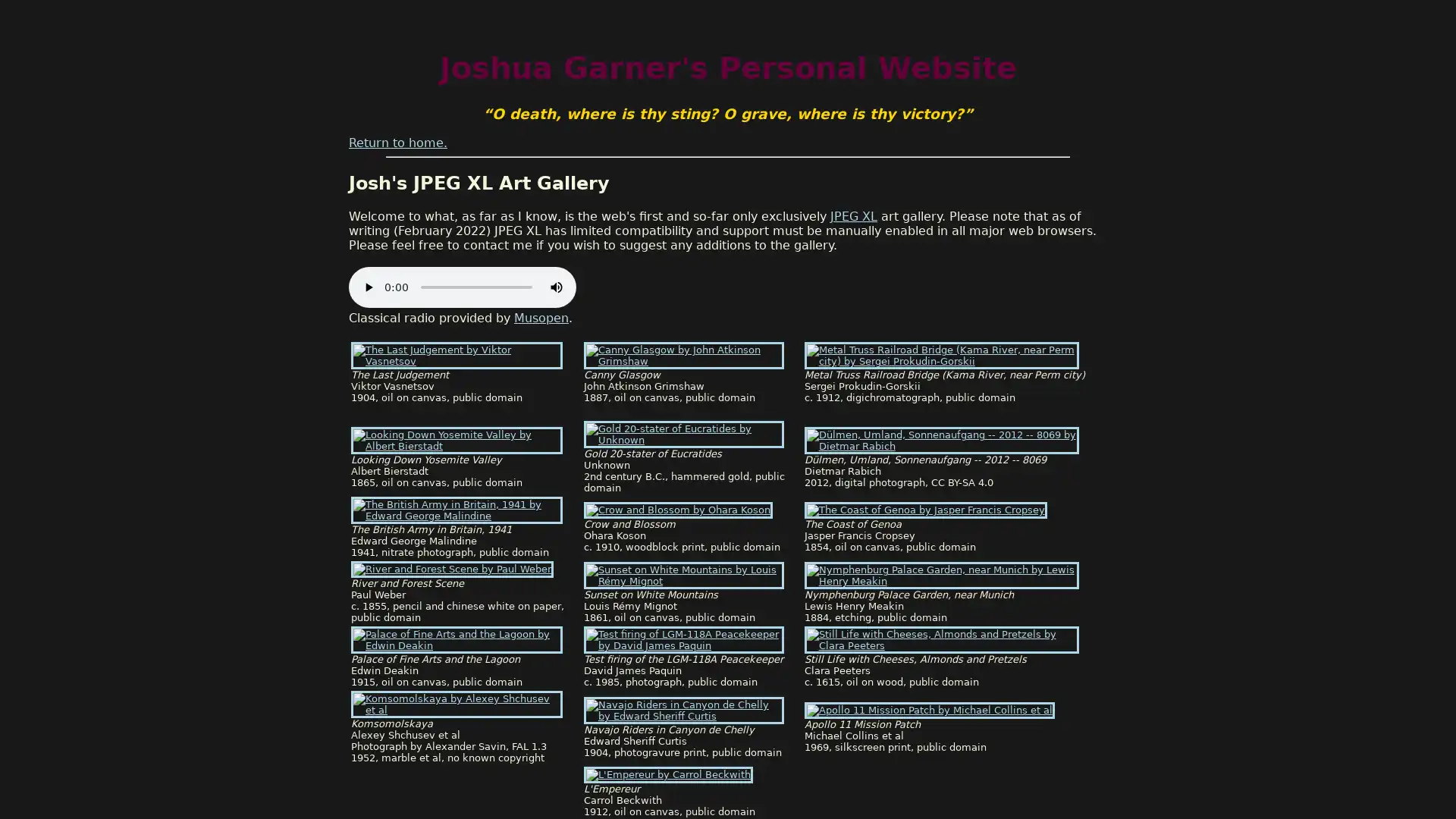 The width and height of the screenshot is (1456, 819). What do you see at coordinates (556, 287) in the screenshot?
I see `mute` at bounding box center [556, 287].